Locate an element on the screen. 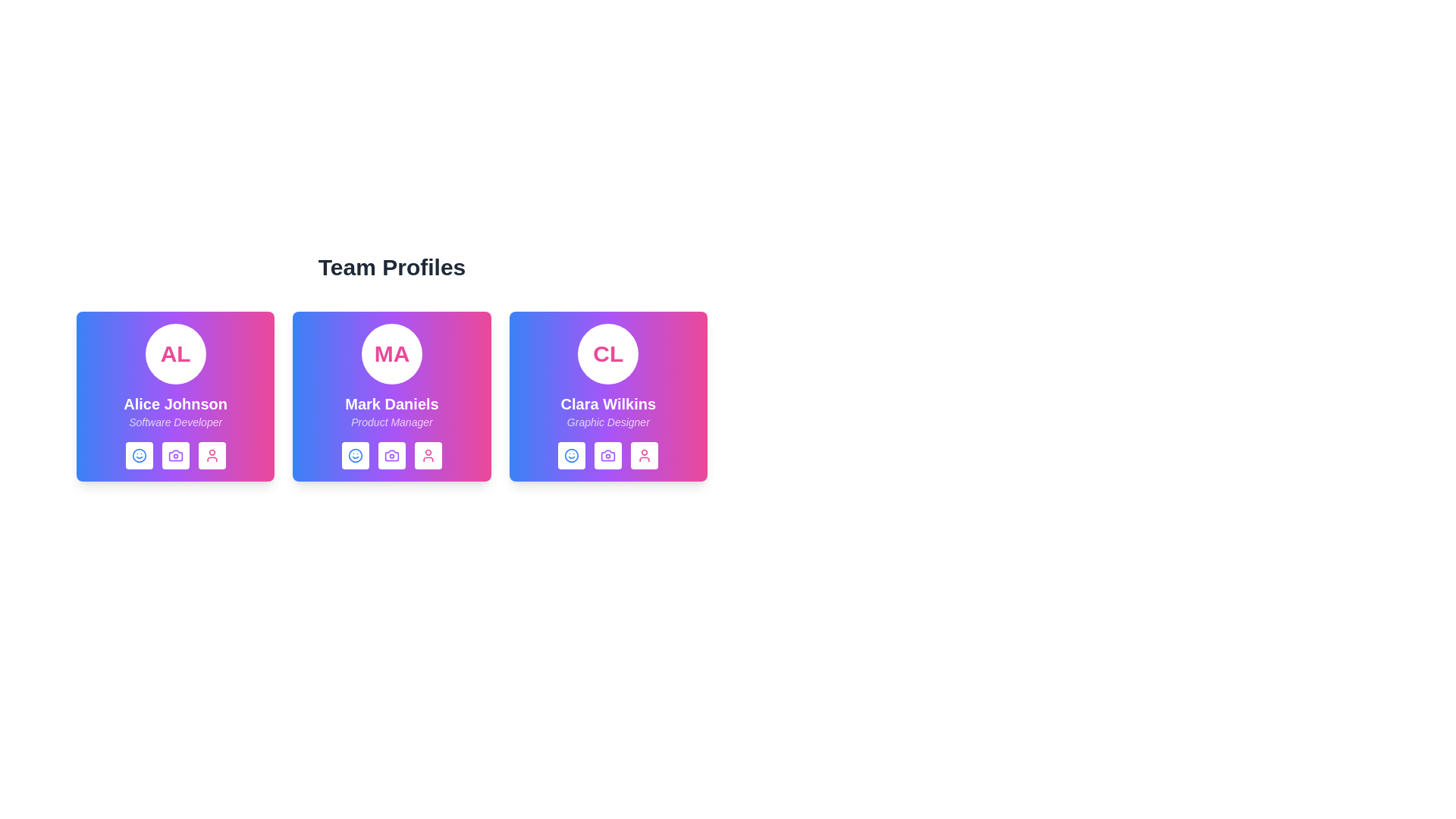  the user icon button located in the bottom-right corner of the last profile card is located at coordinates (645, 455).